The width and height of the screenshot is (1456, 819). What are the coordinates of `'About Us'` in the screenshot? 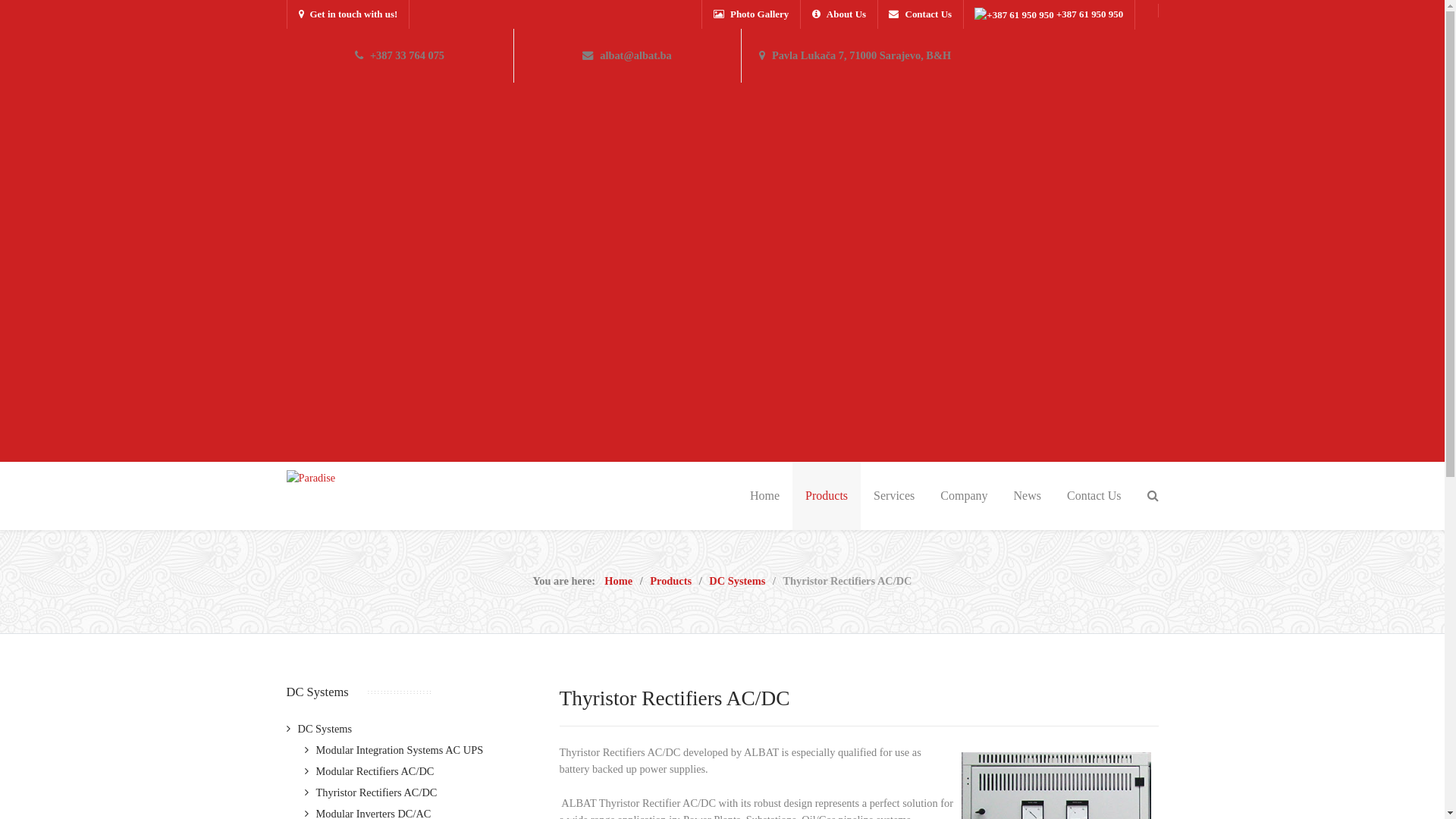 It's located at (838, 14).